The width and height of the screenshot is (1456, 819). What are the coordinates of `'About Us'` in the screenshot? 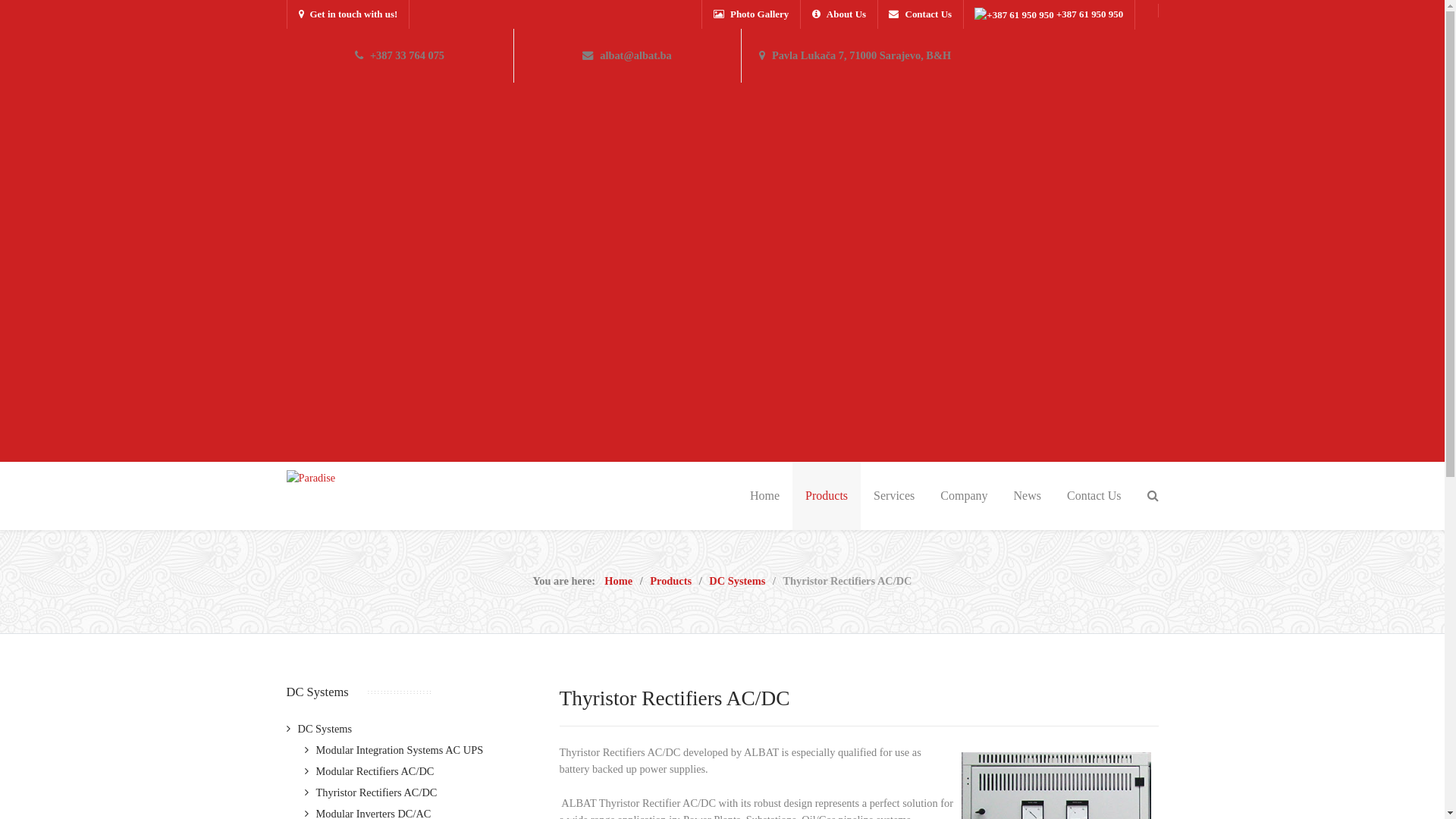 It's located at (838, 14).